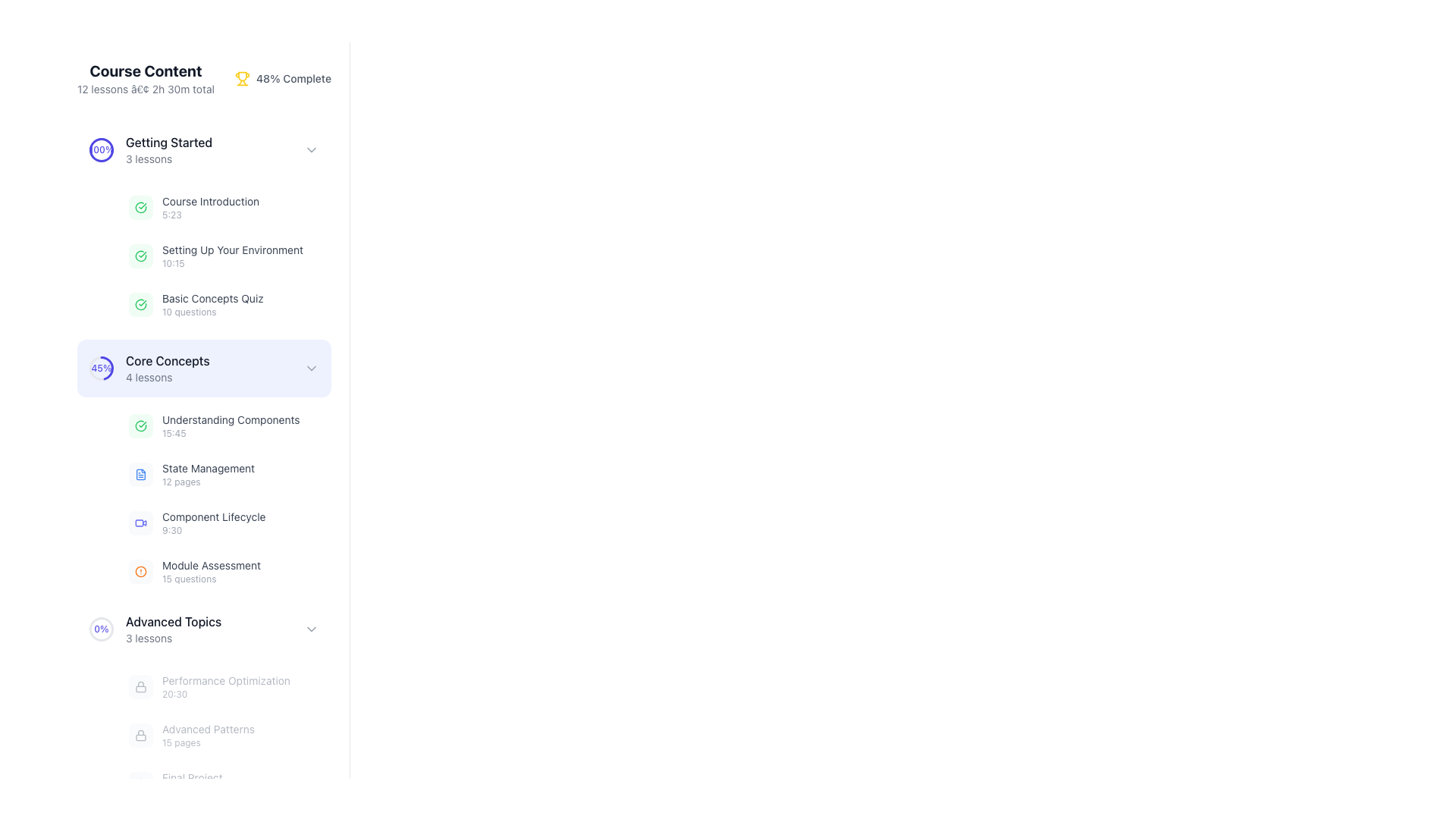 This screenshot has height=819, width=1456. Describe the element at coordinates (168, 369) in the screenshot. I see `the compound text element titled 'Core Concepts' with a subheading '4 lessons' located in the 'Course Content' sidebar under the 'Getting Started' section` at that location.